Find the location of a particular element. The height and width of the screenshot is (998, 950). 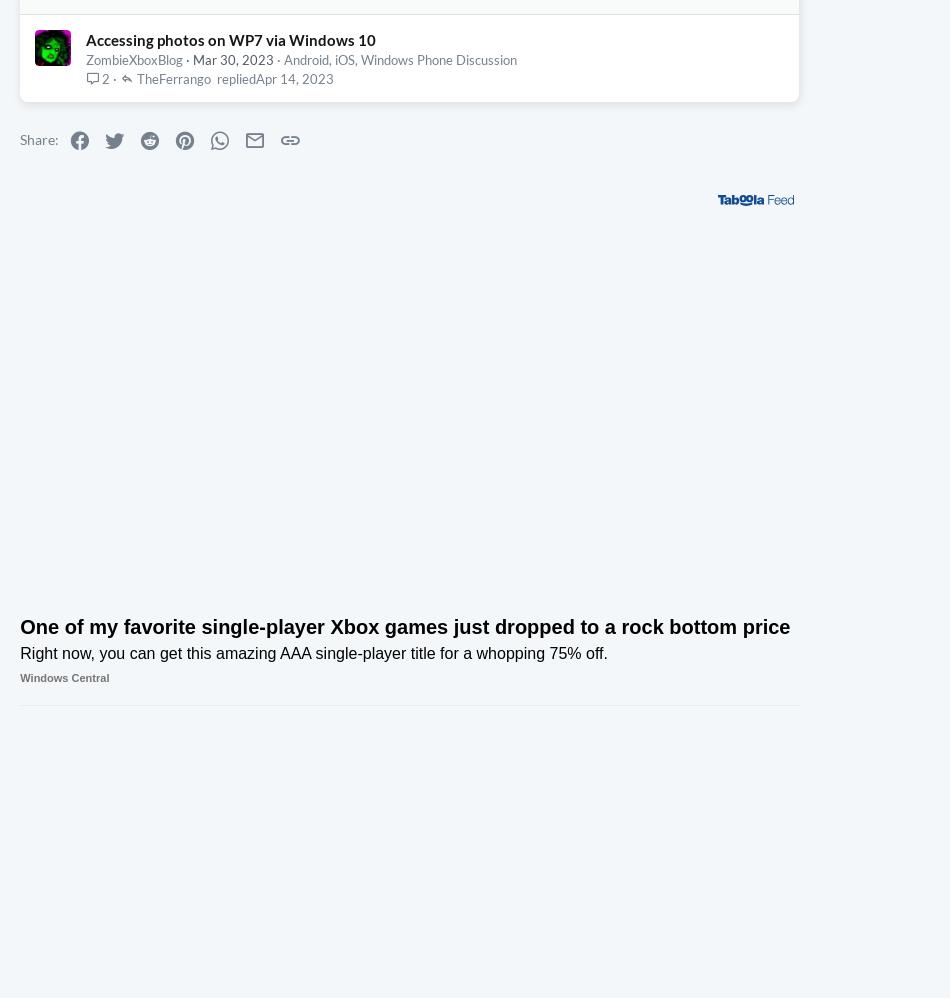

'Android, iOS, Windows Phone Discussion' is located at coordinates (282, 248).